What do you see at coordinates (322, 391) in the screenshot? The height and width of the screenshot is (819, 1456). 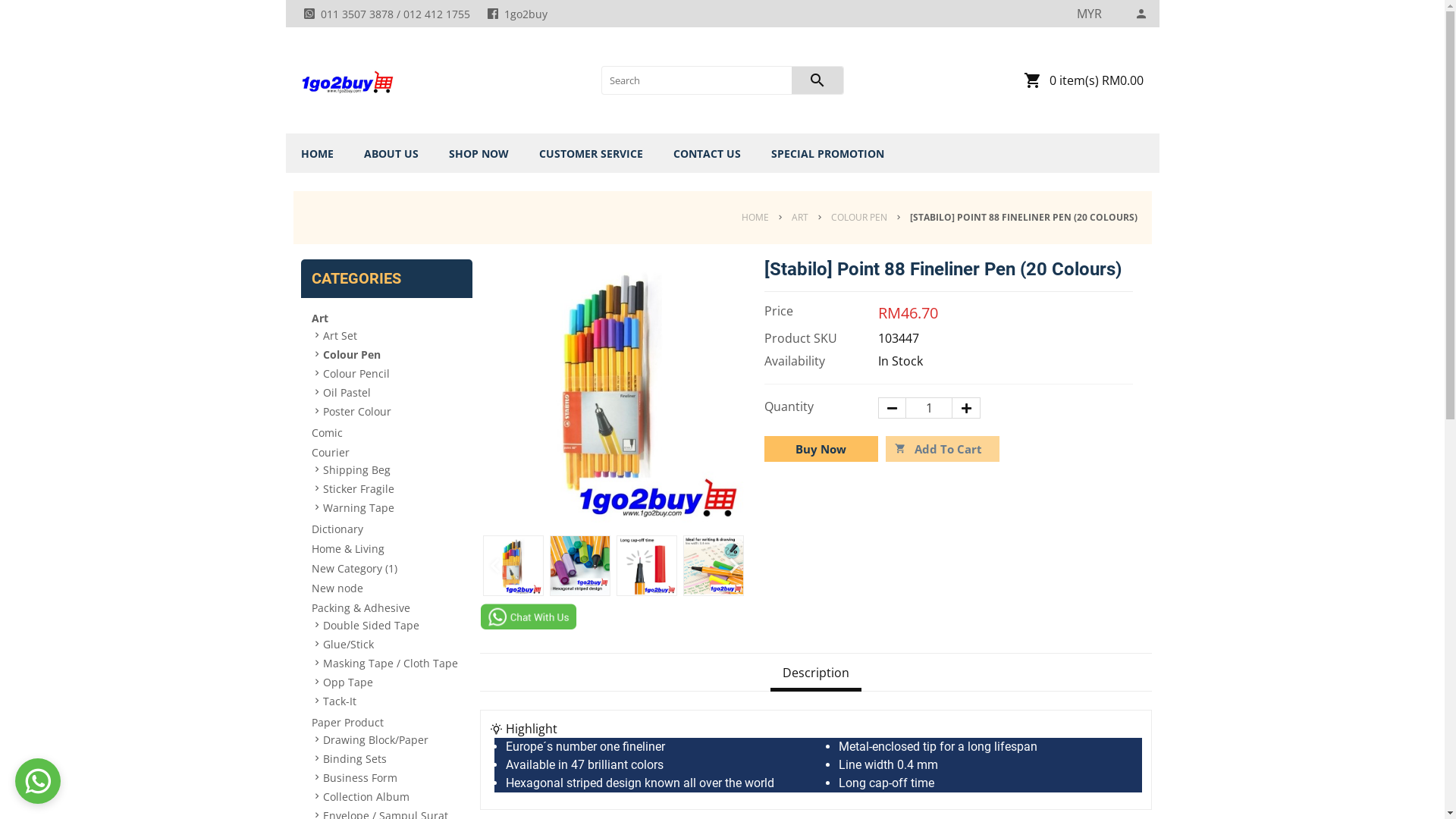 I see `'Oil Pastel'` at bounding box center [322, 391].